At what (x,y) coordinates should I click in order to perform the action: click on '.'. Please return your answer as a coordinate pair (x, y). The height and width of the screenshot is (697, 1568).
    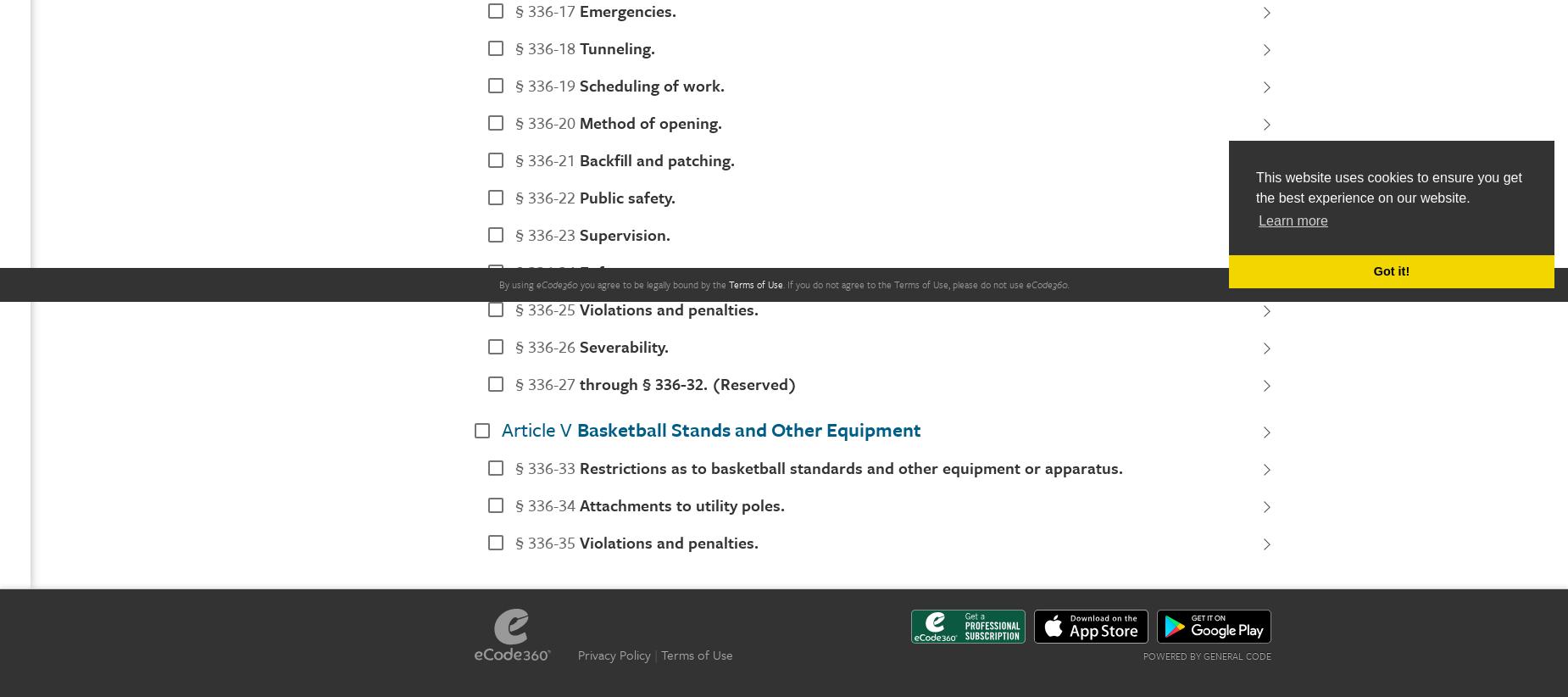
    Looking at the image, I should click on (784, 283).